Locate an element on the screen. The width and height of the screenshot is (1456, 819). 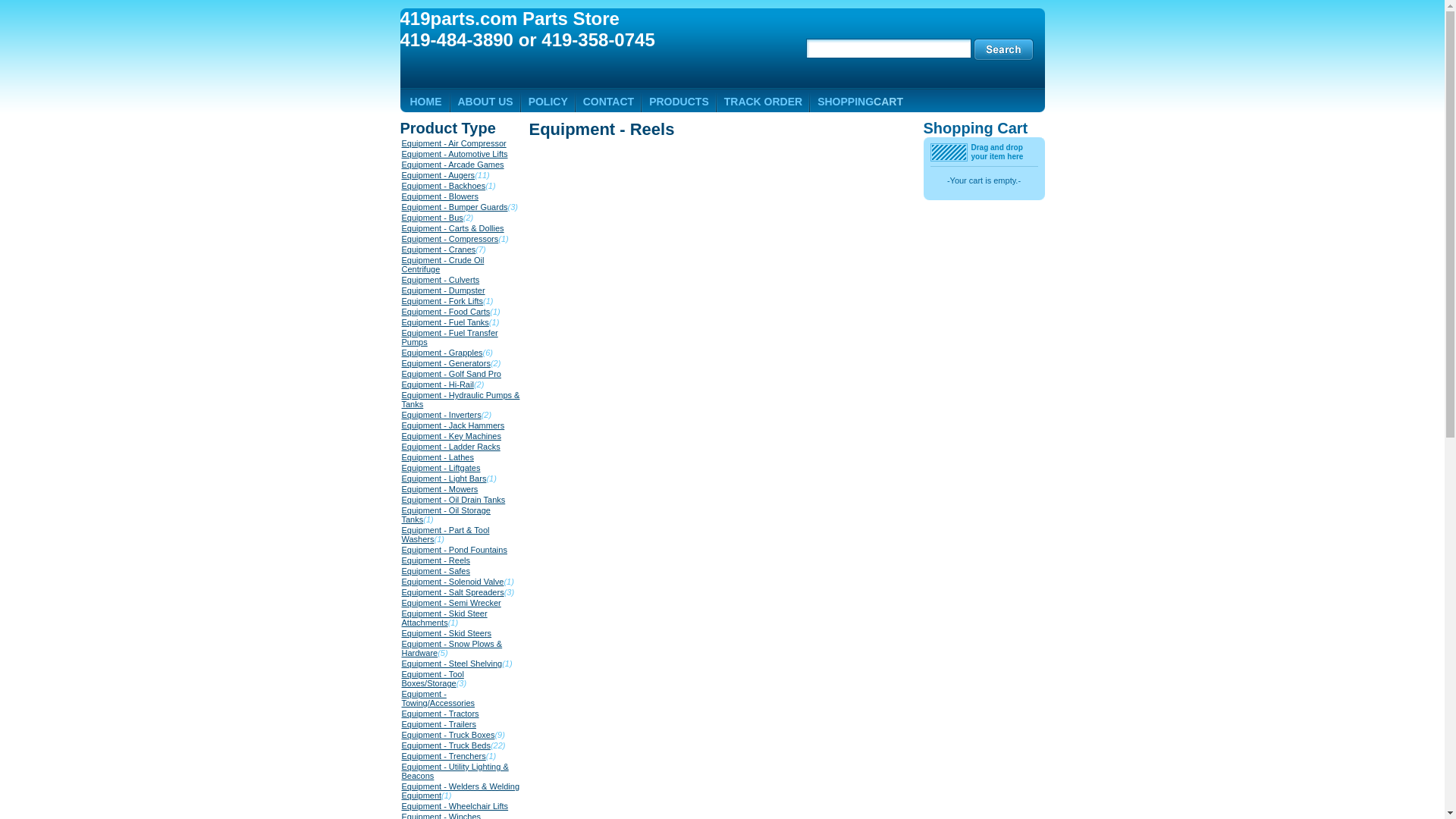
'CONTACT' is located at coordinates (608, 102).